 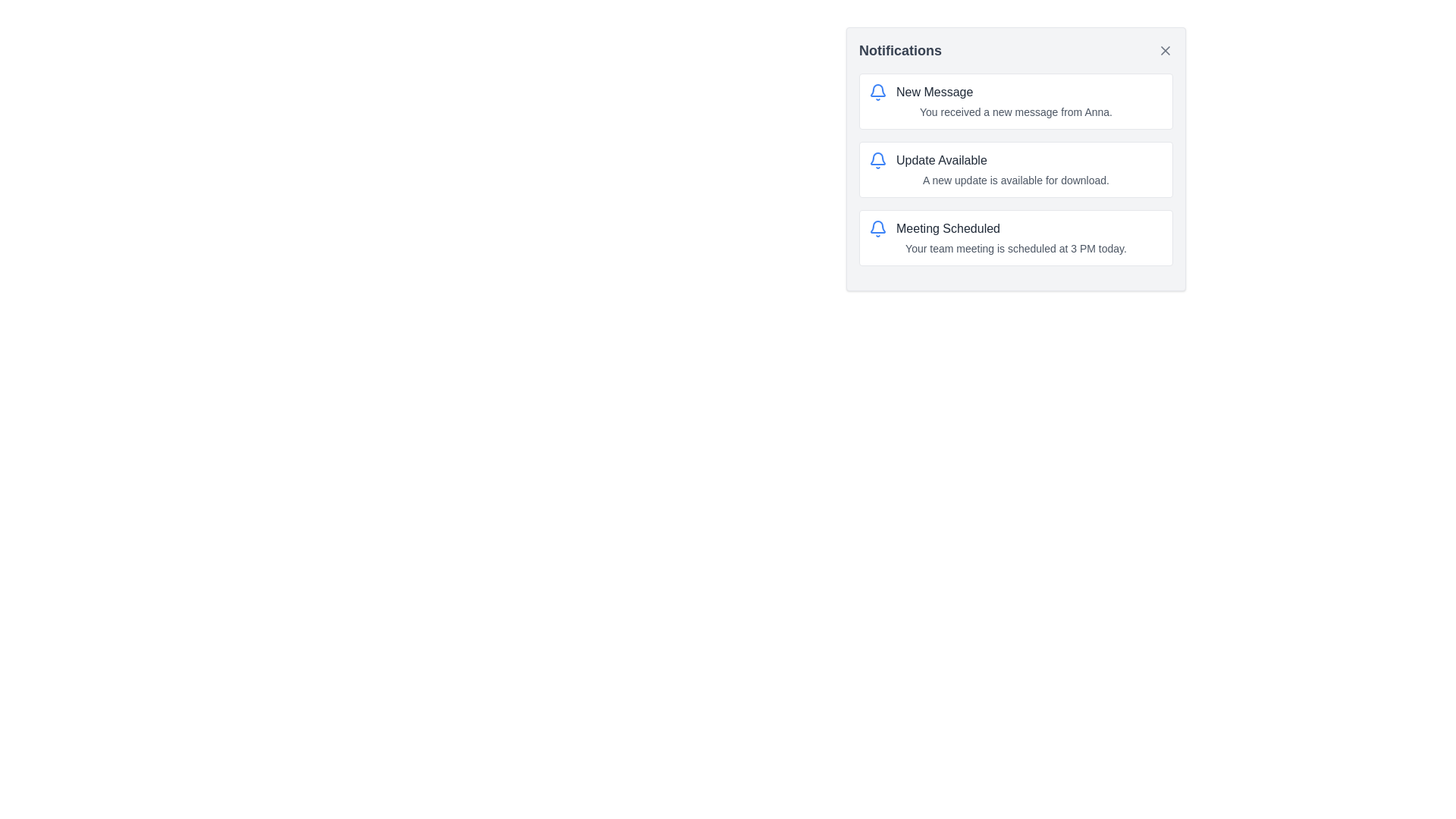 What do you see at coordinates (877, 161) in the screenshot?
I see `the bell icon located at the start of the second notification item in the notification list` at bounding box center [877, 161].